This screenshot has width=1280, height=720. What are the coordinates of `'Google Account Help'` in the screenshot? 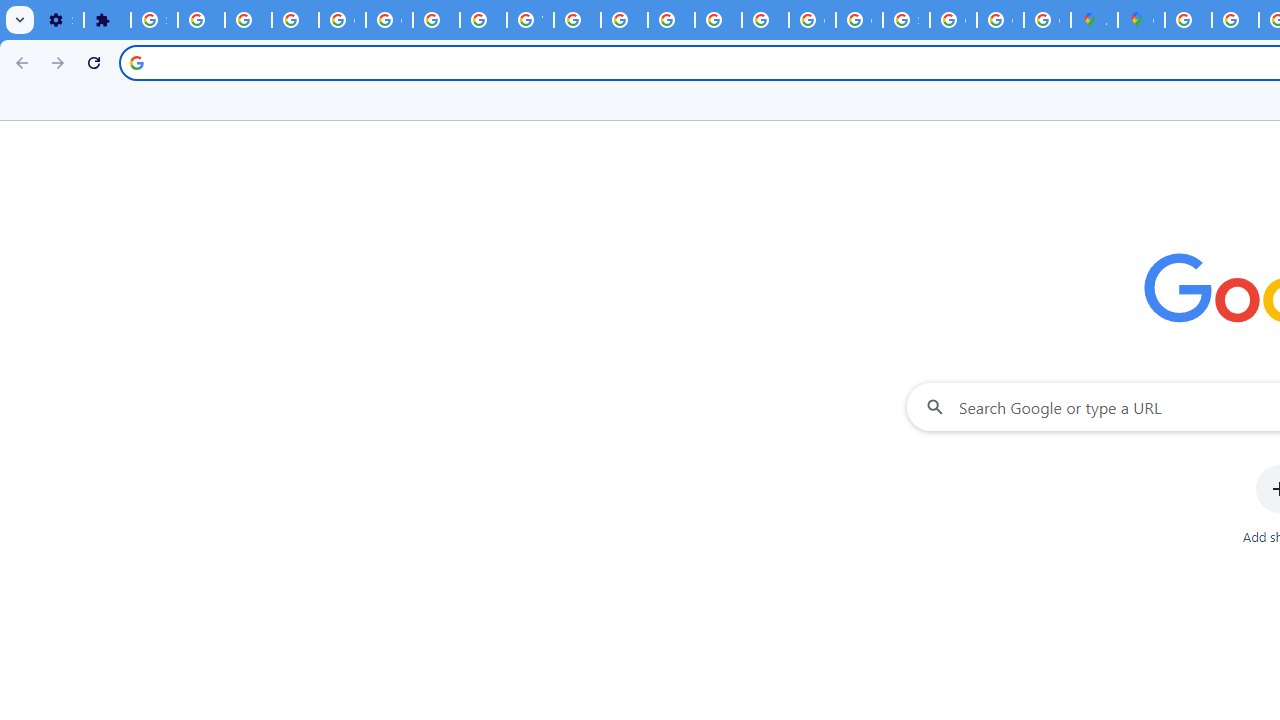 It's located at (342, 20).